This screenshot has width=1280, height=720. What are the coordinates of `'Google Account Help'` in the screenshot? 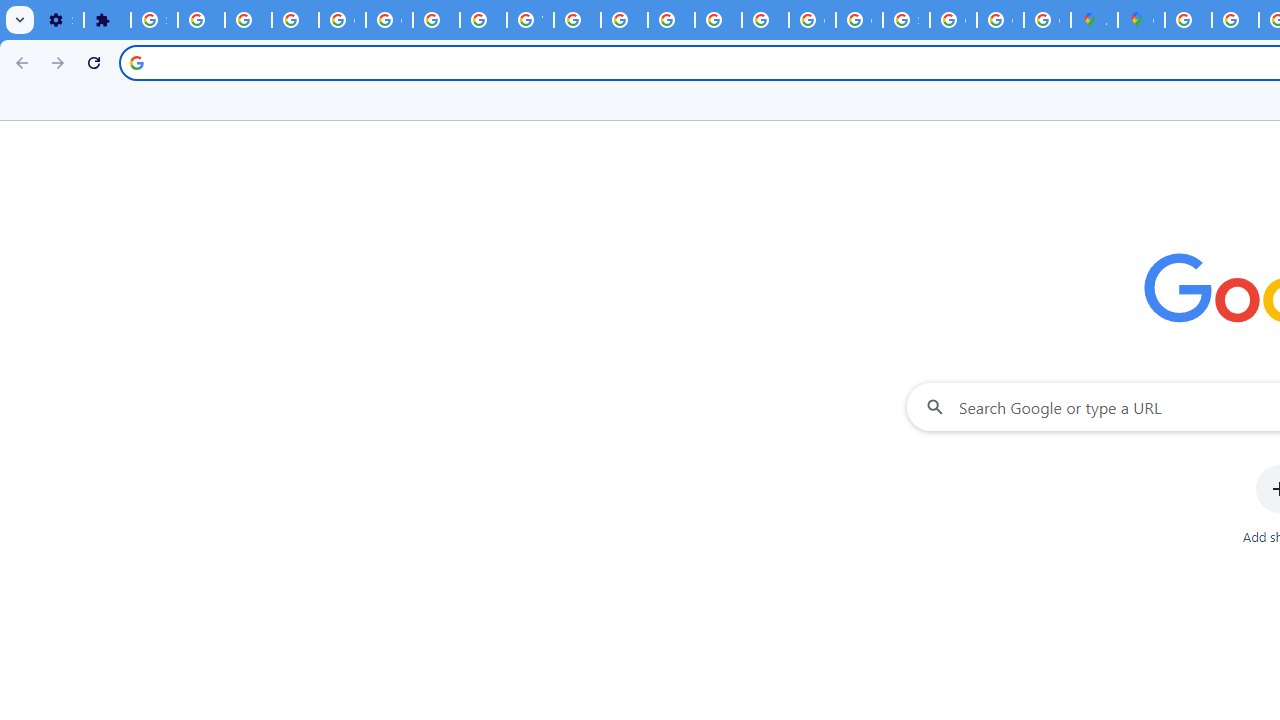 It's located at (342, 20).